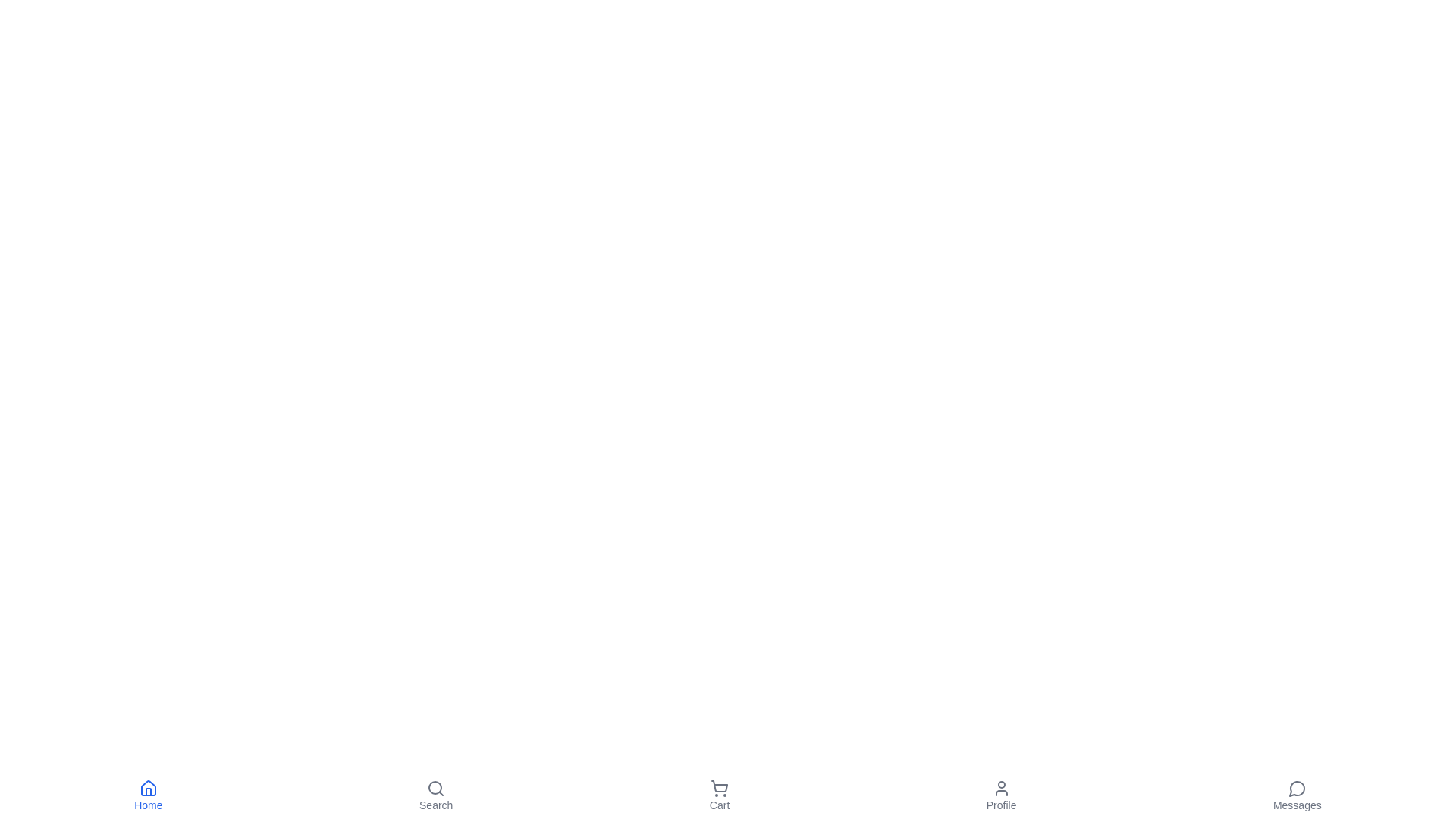  Describe the element at coordinates (1296, 795) in the screenshot. I see `the 'Messages' button to navigate to the Messages section` at that location.